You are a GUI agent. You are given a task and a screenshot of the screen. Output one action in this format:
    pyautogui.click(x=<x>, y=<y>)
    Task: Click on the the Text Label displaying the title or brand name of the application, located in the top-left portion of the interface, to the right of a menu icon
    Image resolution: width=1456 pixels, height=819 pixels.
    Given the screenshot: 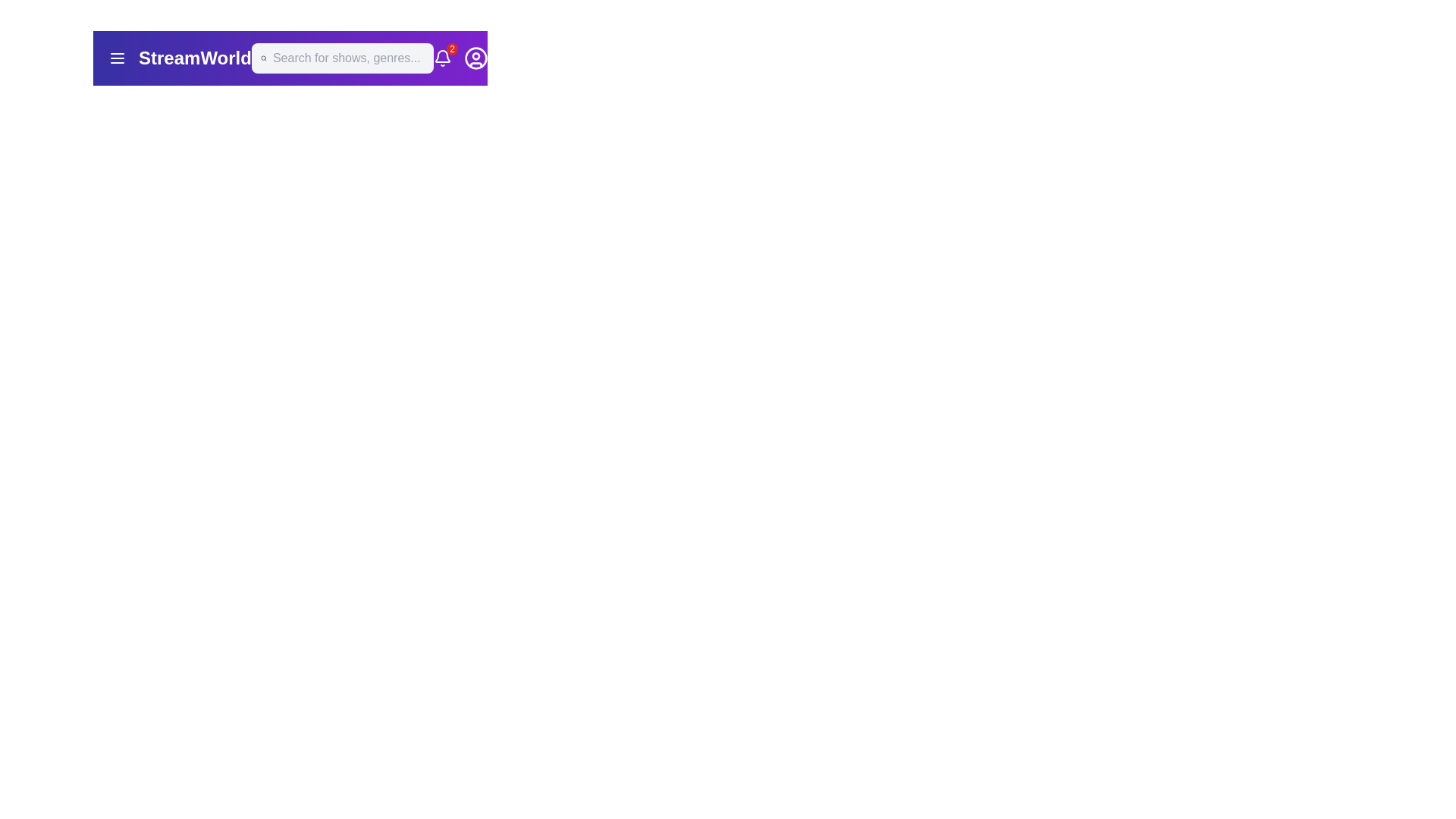 What is the action you would take?
    pyautogui.click(x=194, y=58)
    